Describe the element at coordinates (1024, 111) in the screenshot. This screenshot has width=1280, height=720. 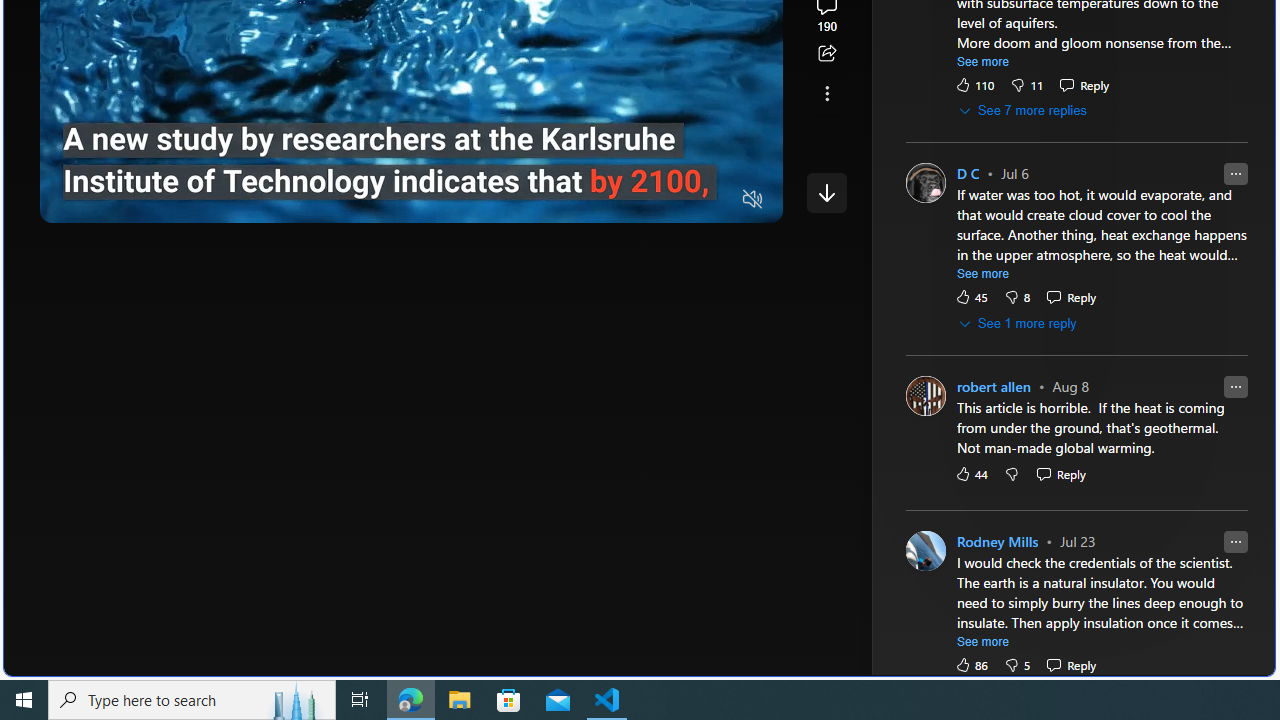
I see `'See 7 more replies'` at that location.